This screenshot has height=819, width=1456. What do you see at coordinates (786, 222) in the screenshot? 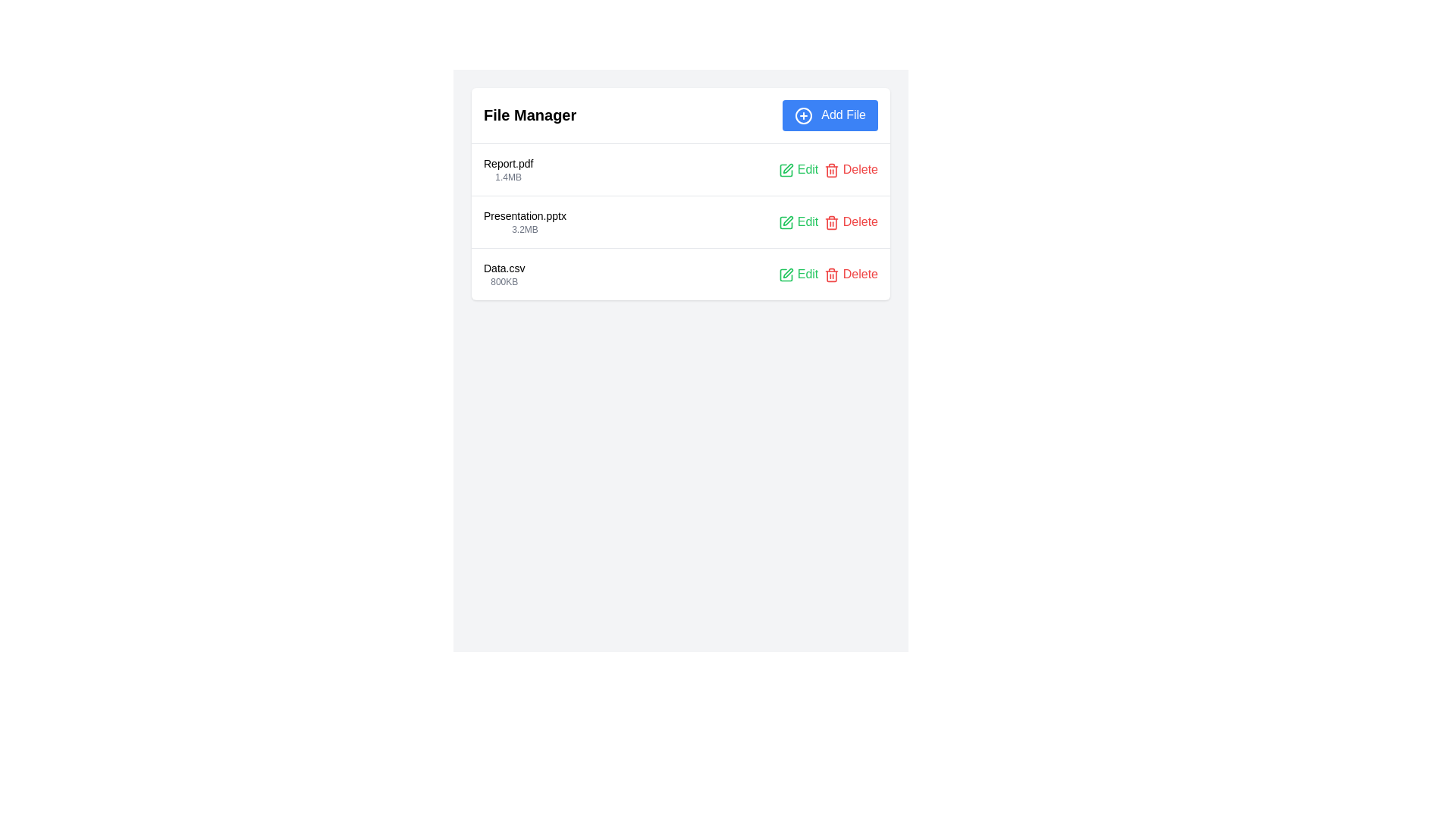
I see `the green 'Edit' icon that resembles a pen, located in the second row next to the file 'Presentation.pptx'` at bounding box center [786, 222].